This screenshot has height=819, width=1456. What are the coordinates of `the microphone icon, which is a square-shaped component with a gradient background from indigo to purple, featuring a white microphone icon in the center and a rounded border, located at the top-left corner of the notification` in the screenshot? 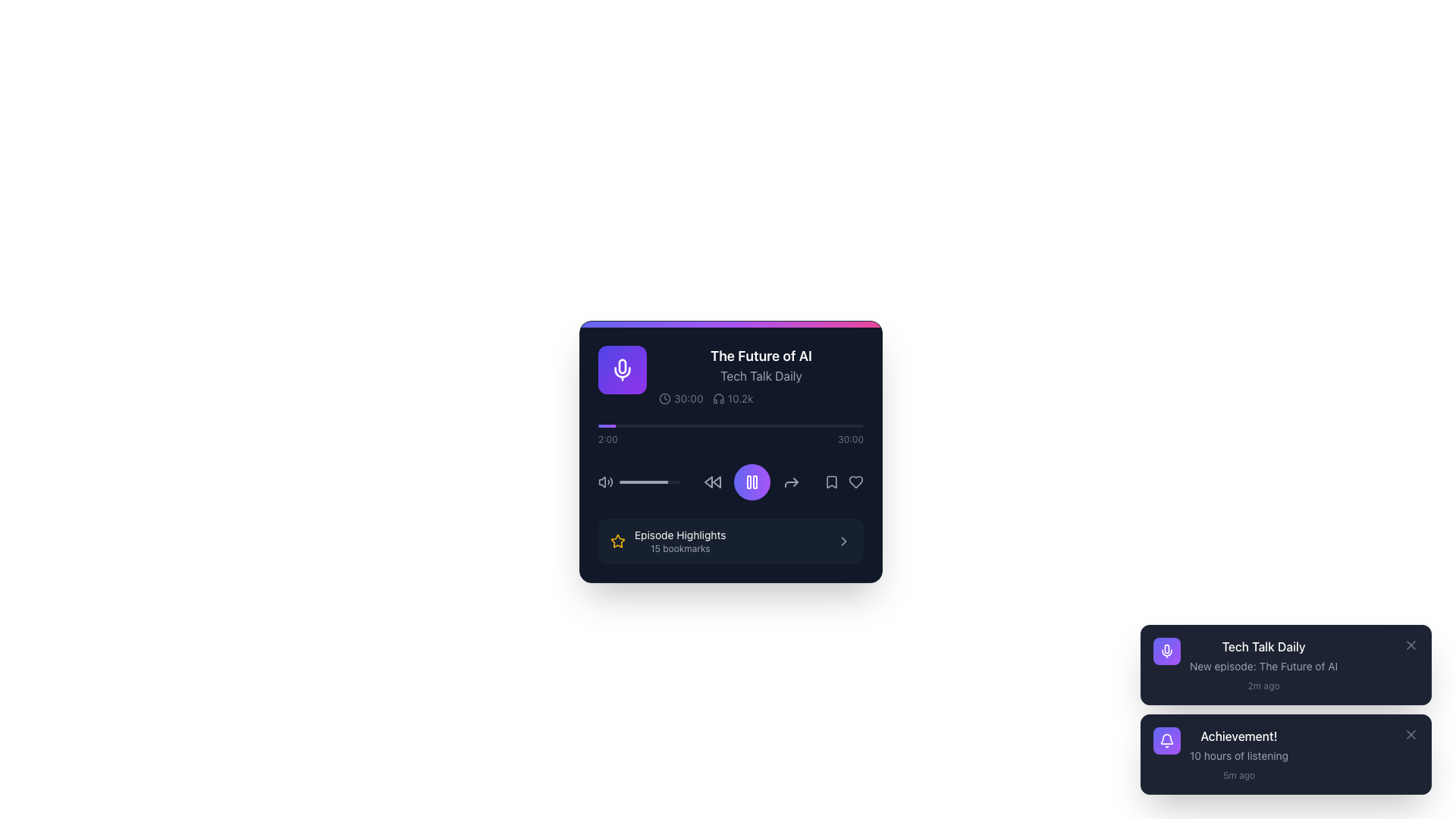 It's located at (1166, 651).